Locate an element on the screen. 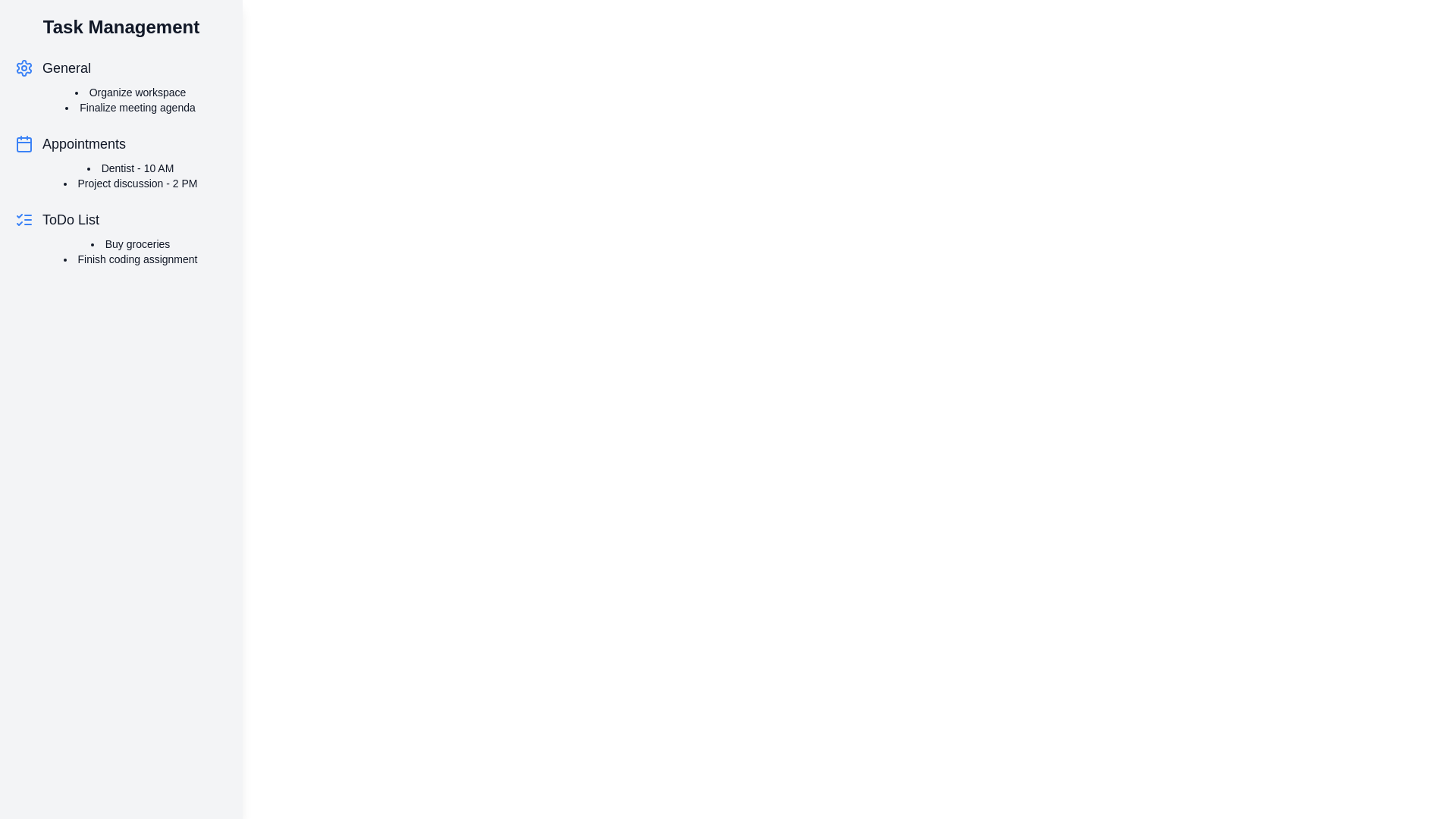 This screenshot has height=819, width=1456. the task text Finalize meeting agenda to open the task is located at coordinates (130, 107).